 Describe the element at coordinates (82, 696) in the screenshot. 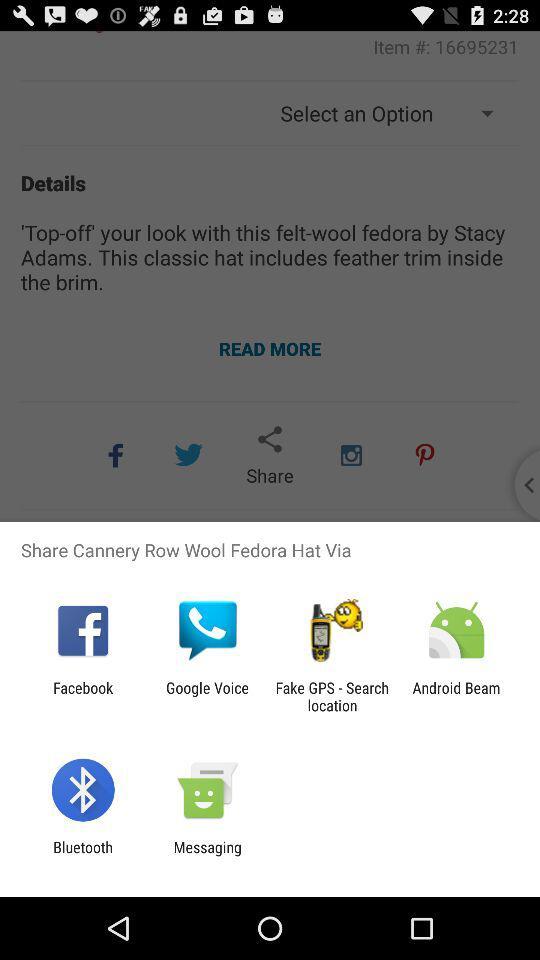

I see `the app next to google voice` at that location.